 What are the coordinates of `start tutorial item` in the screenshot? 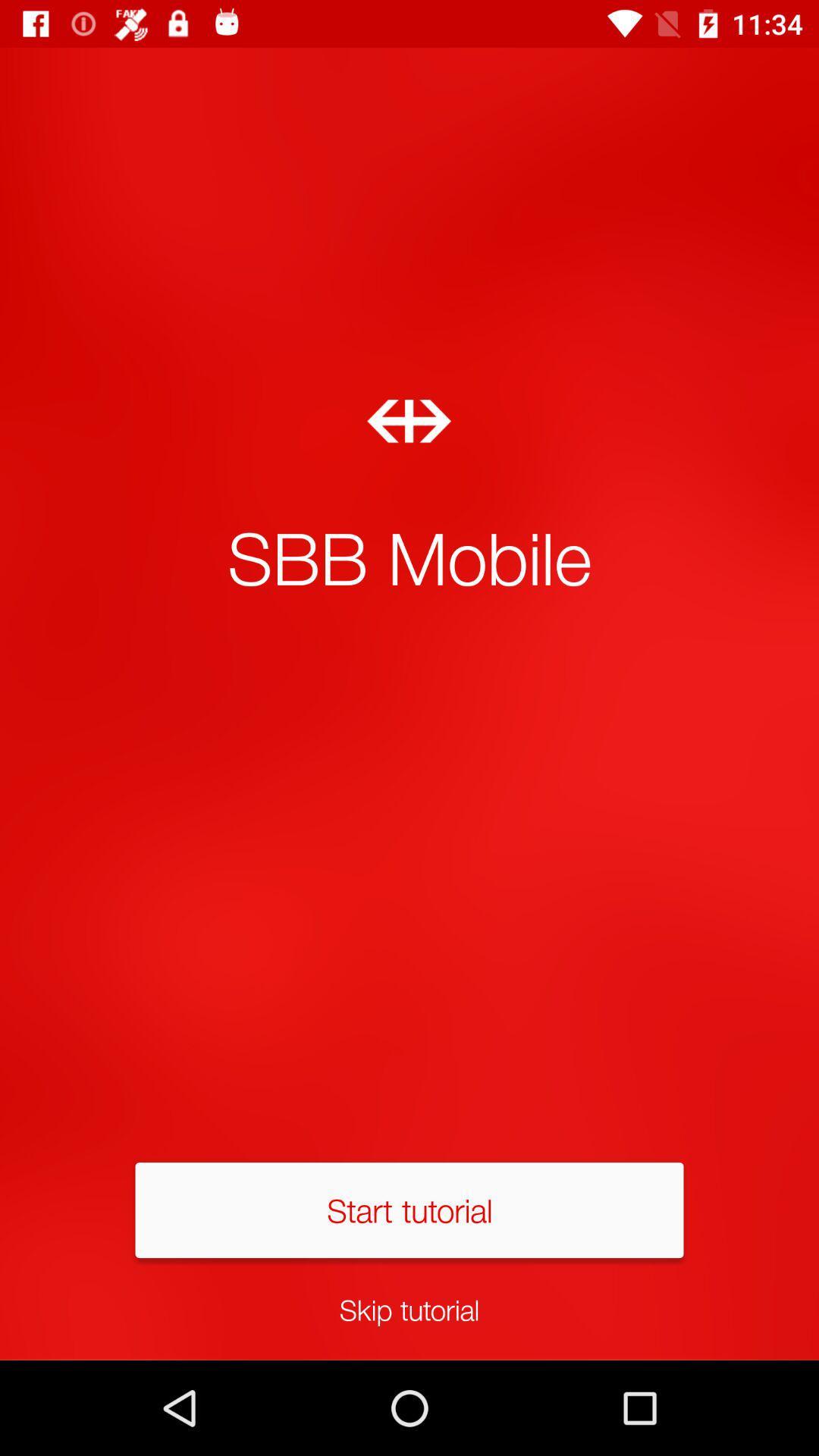 It's located at (409, 1209).